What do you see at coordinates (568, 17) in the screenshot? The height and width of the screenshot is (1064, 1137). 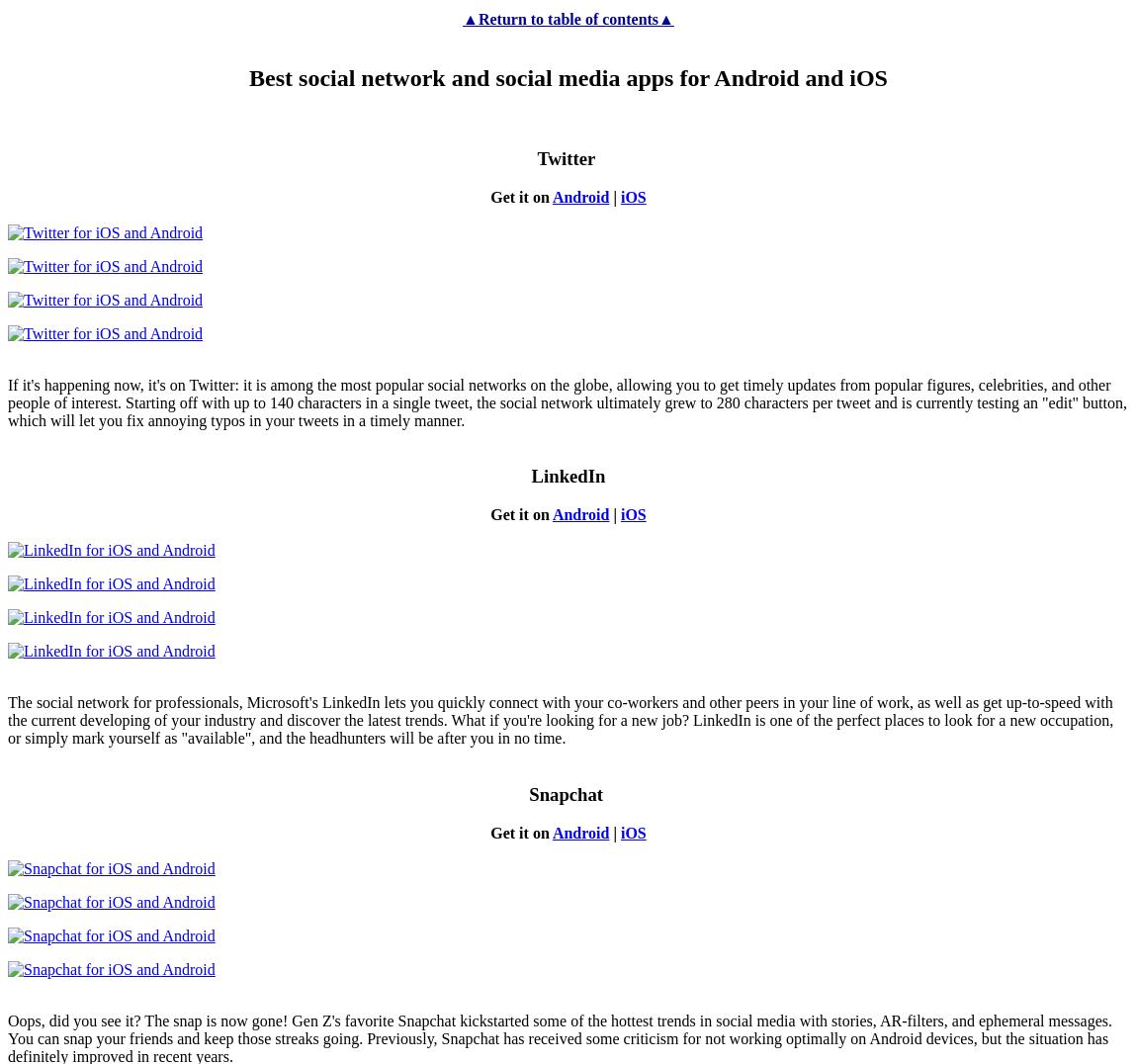 I see `'▲Return to table of contents▲'` at bounding box center [568, 17].